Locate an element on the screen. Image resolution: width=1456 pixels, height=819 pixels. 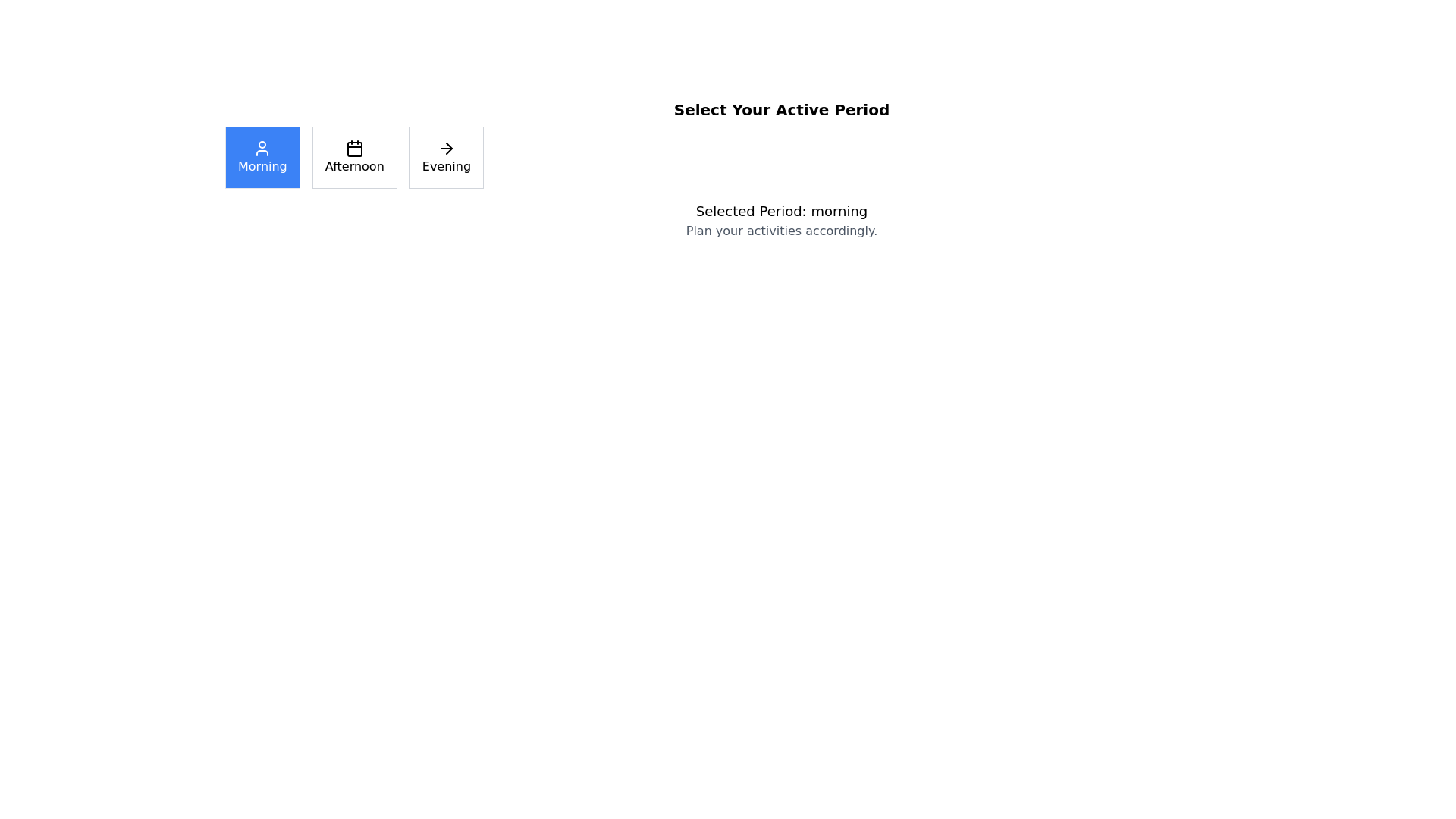
the 'Morning' label text located below the user icon on the first blue button in a row of three options is located at coordinates (262, 166).